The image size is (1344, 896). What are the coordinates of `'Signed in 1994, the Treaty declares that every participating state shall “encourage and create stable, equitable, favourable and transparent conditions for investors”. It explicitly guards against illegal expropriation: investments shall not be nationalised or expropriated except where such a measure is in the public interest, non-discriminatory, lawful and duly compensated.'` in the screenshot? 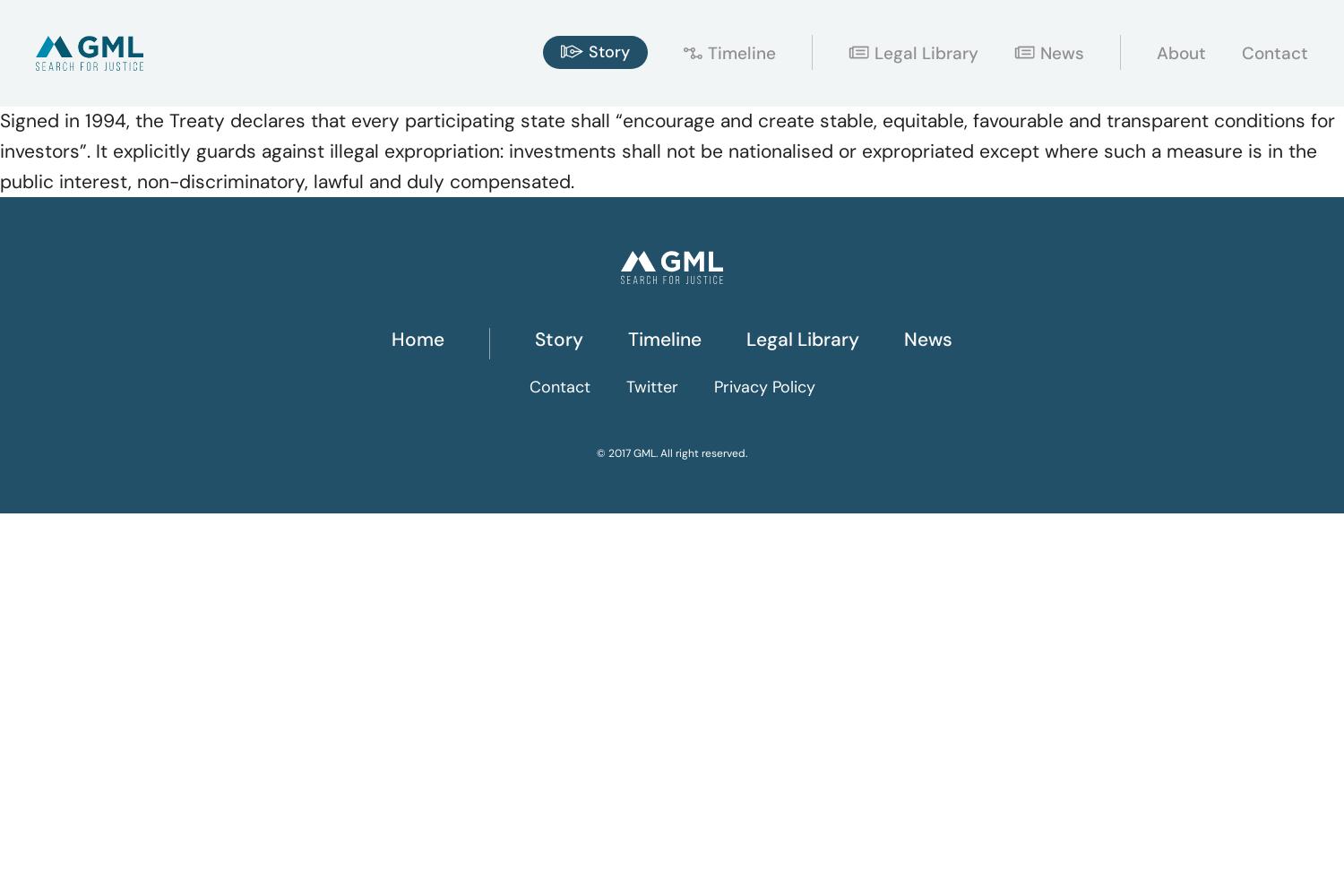 It's located at (667, 151).